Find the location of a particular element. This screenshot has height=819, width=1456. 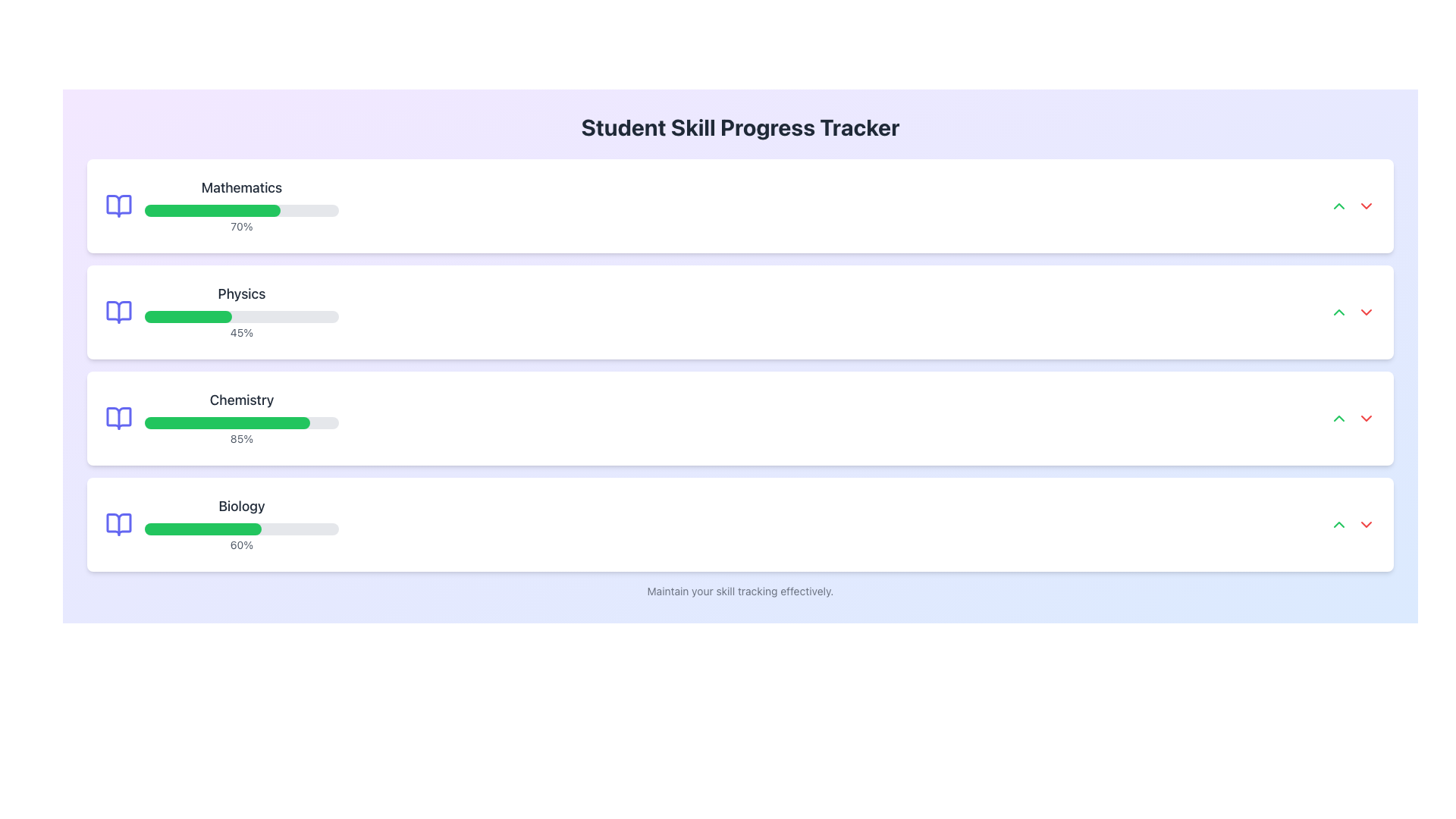

the 'Biology' Progress Indicator which features a green progress bar, a 'Biology' label above, and '60%' text below, situated in the 'Student Skill Progress Tracker' interface is located at coordinates (221, 523).